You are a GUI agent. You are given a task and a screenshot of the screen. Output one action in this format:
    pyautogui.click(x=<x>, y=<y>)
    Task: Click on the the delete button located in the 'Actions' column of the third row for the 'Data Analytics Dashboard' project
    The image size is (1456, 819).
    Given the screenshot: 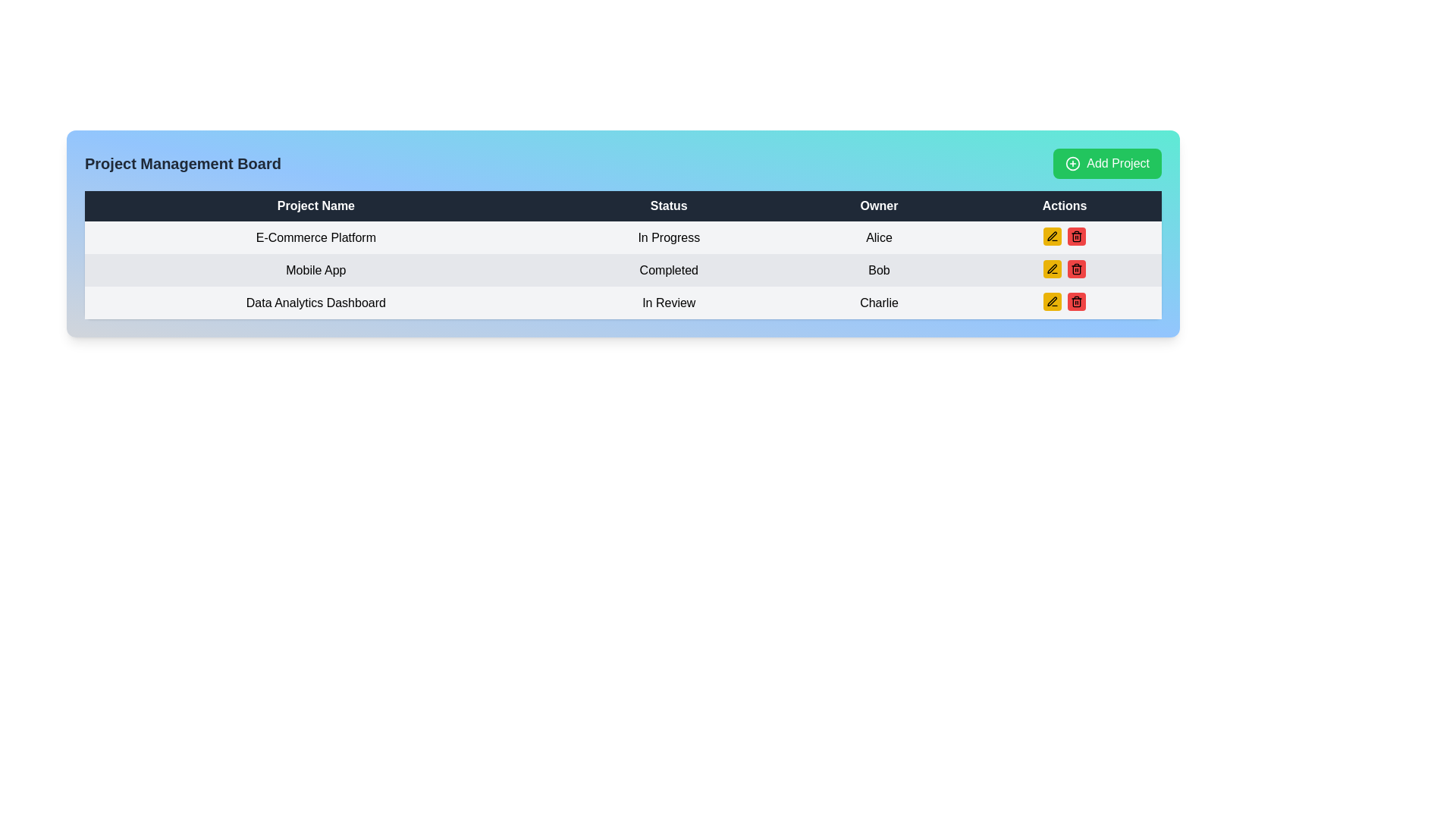 What is the action you would take?
    pyautogui.click(x=1076, y=268)
    